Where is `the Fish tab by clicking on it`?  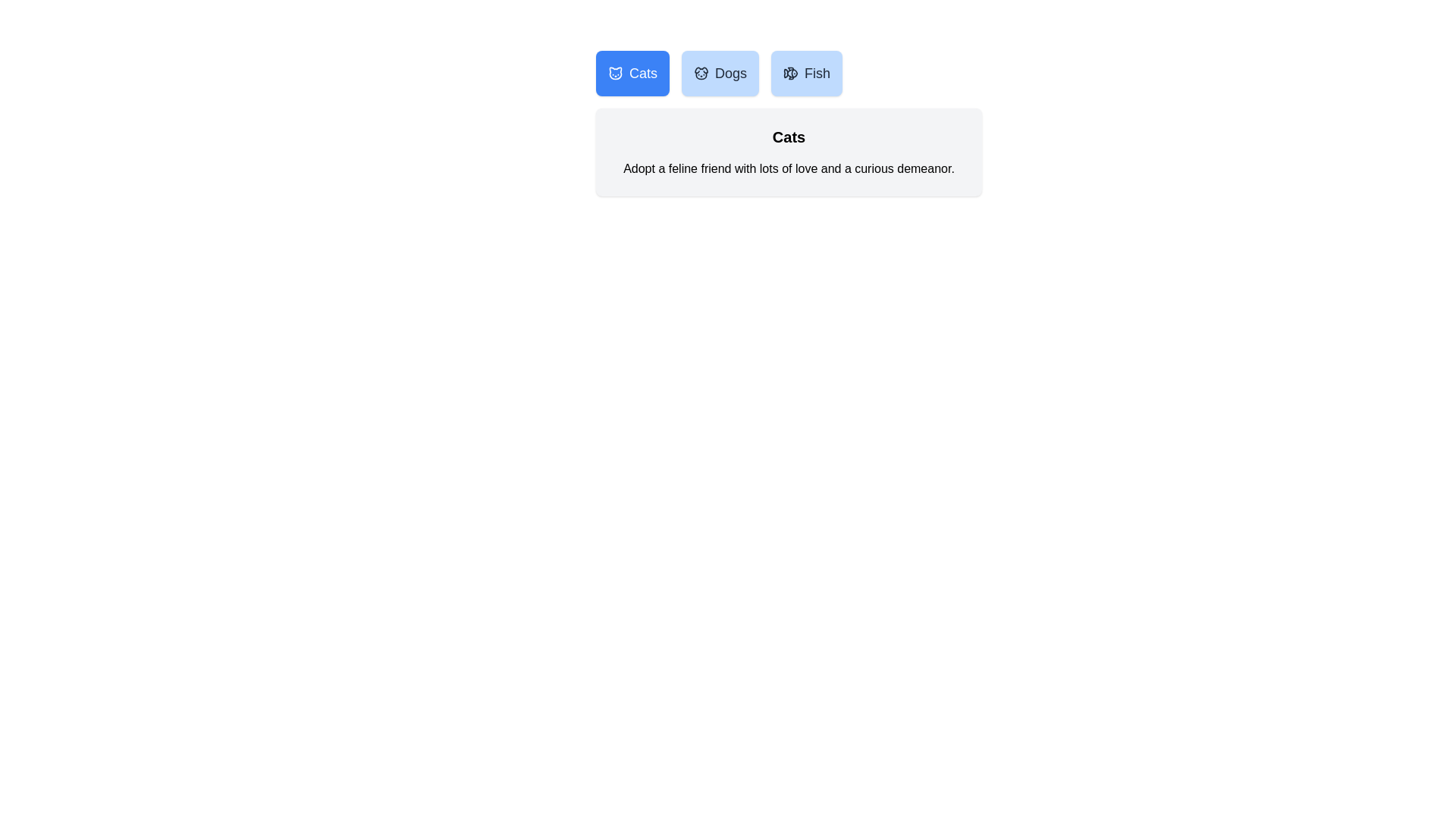 the Fish tab by clicking on it is located at coordinates (806, 73).